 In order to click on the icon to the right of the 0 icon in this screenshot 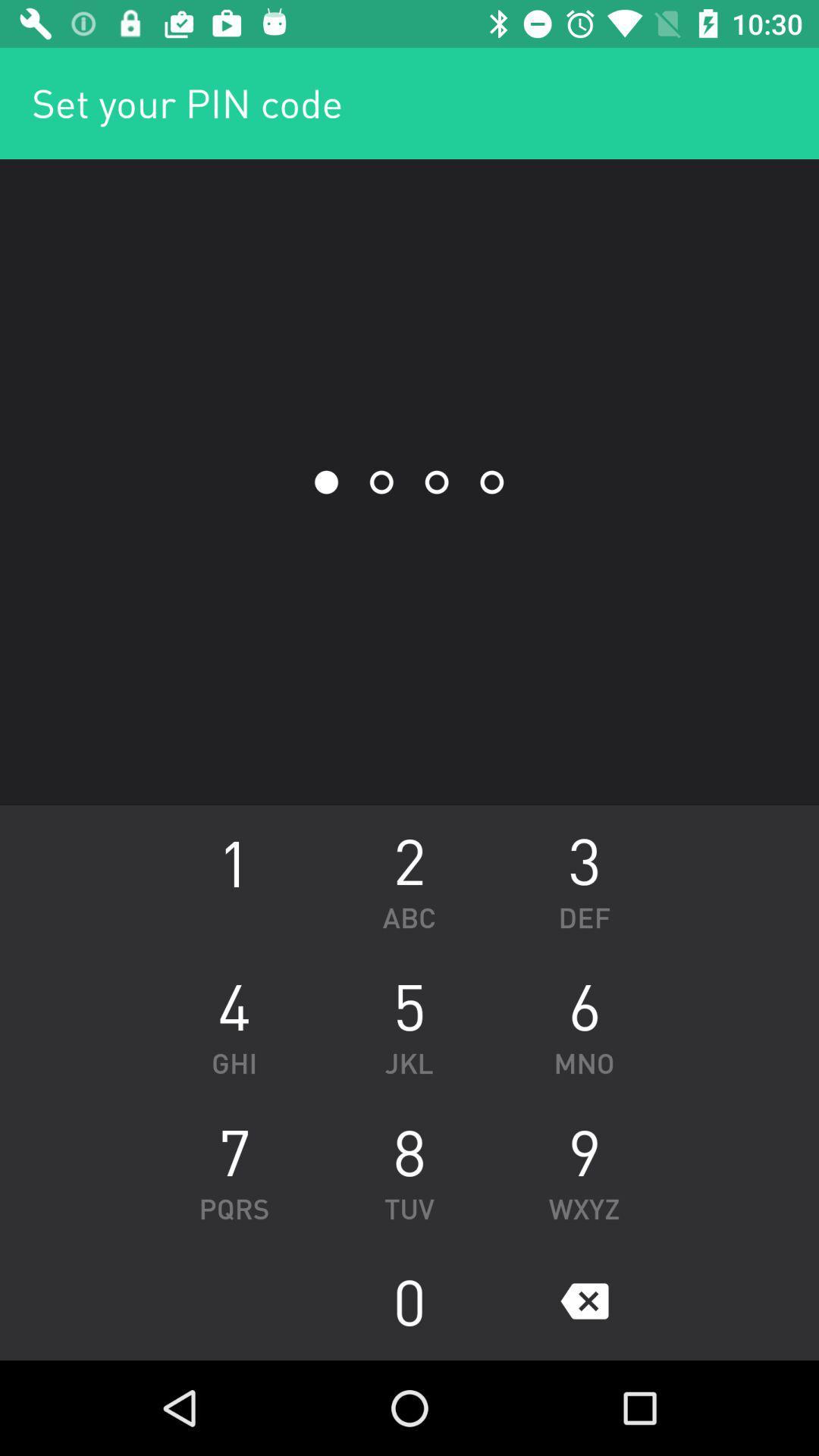, I will do `click(584, 1300)`.